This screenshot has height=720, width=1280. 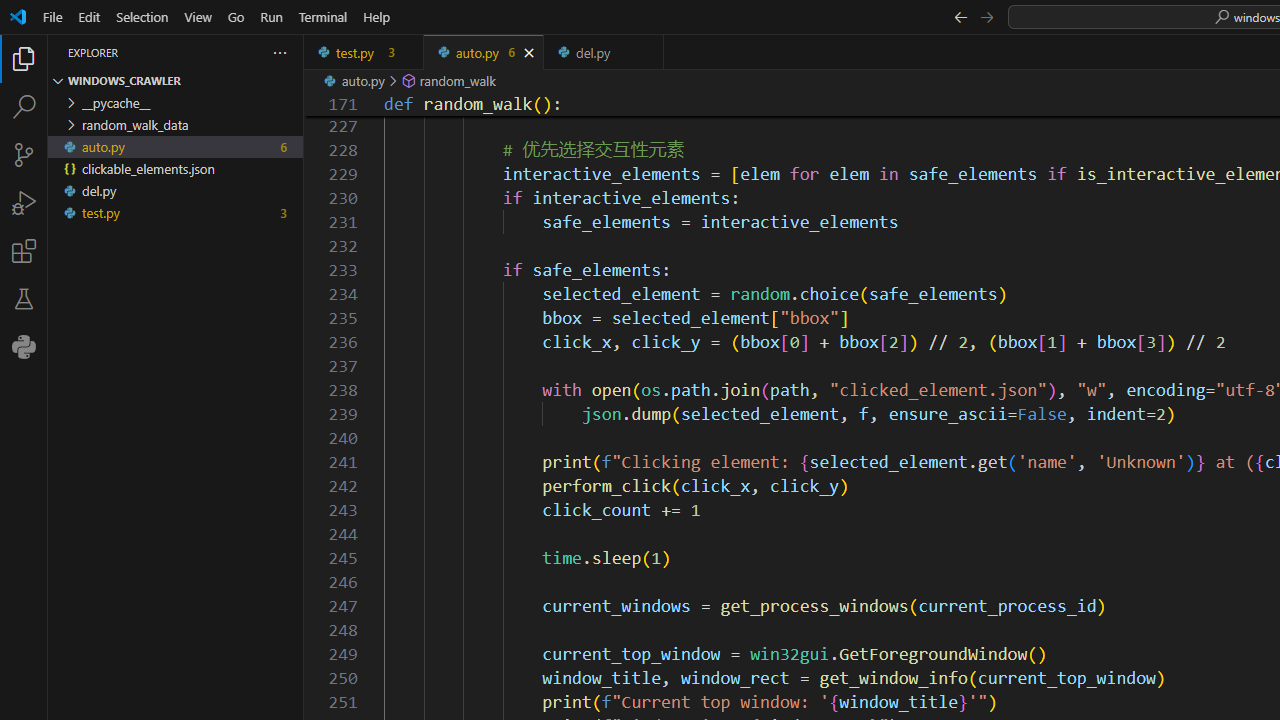 I want to click on 'Go Forward (Alt+RightArrow)', so click(x=986, y=16).